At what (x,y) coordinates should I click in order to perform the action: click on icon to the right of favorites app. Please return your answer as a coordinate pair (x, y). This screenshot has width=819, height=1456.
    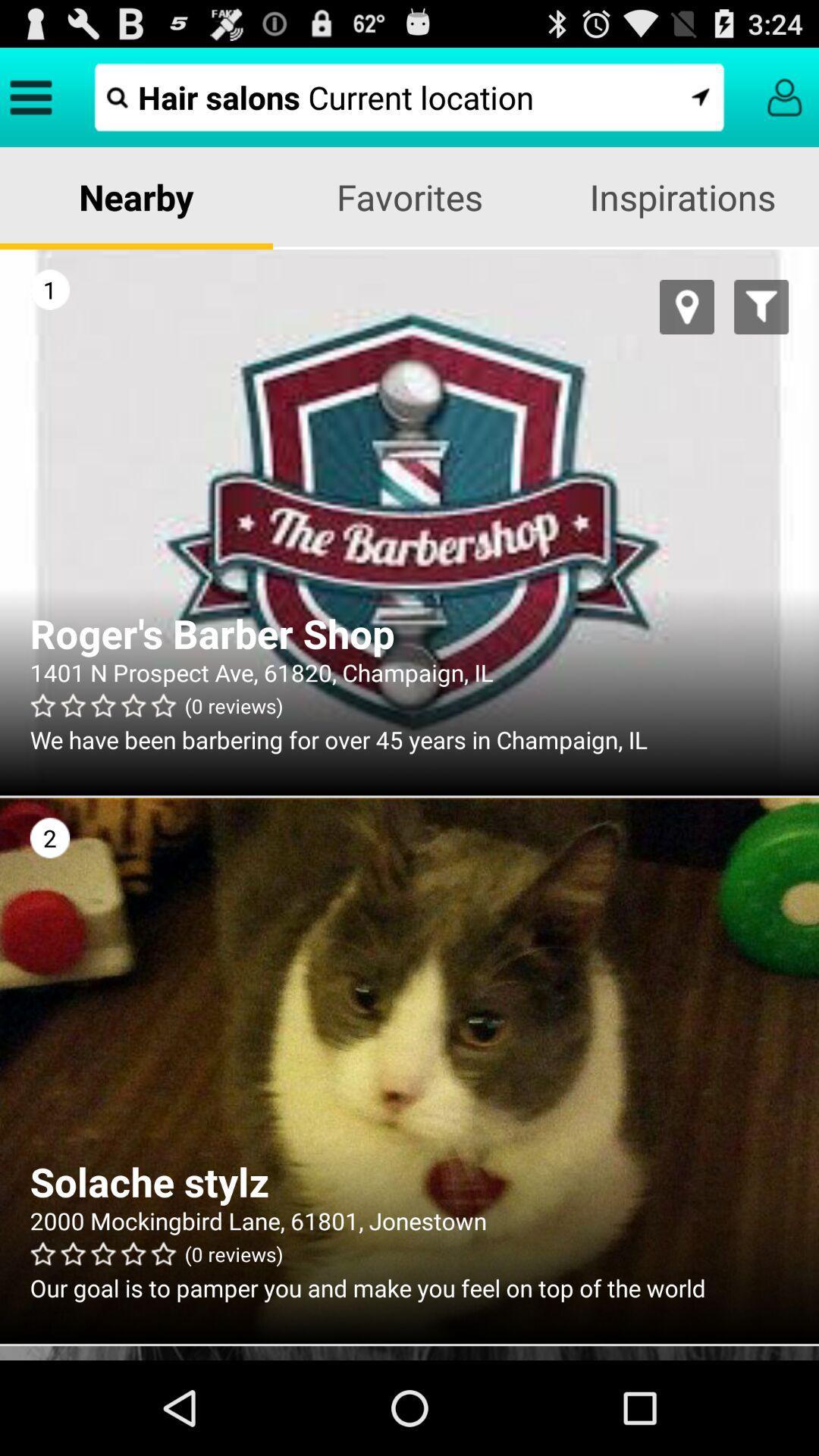
    Looking at the image, I should click on (681, 196).